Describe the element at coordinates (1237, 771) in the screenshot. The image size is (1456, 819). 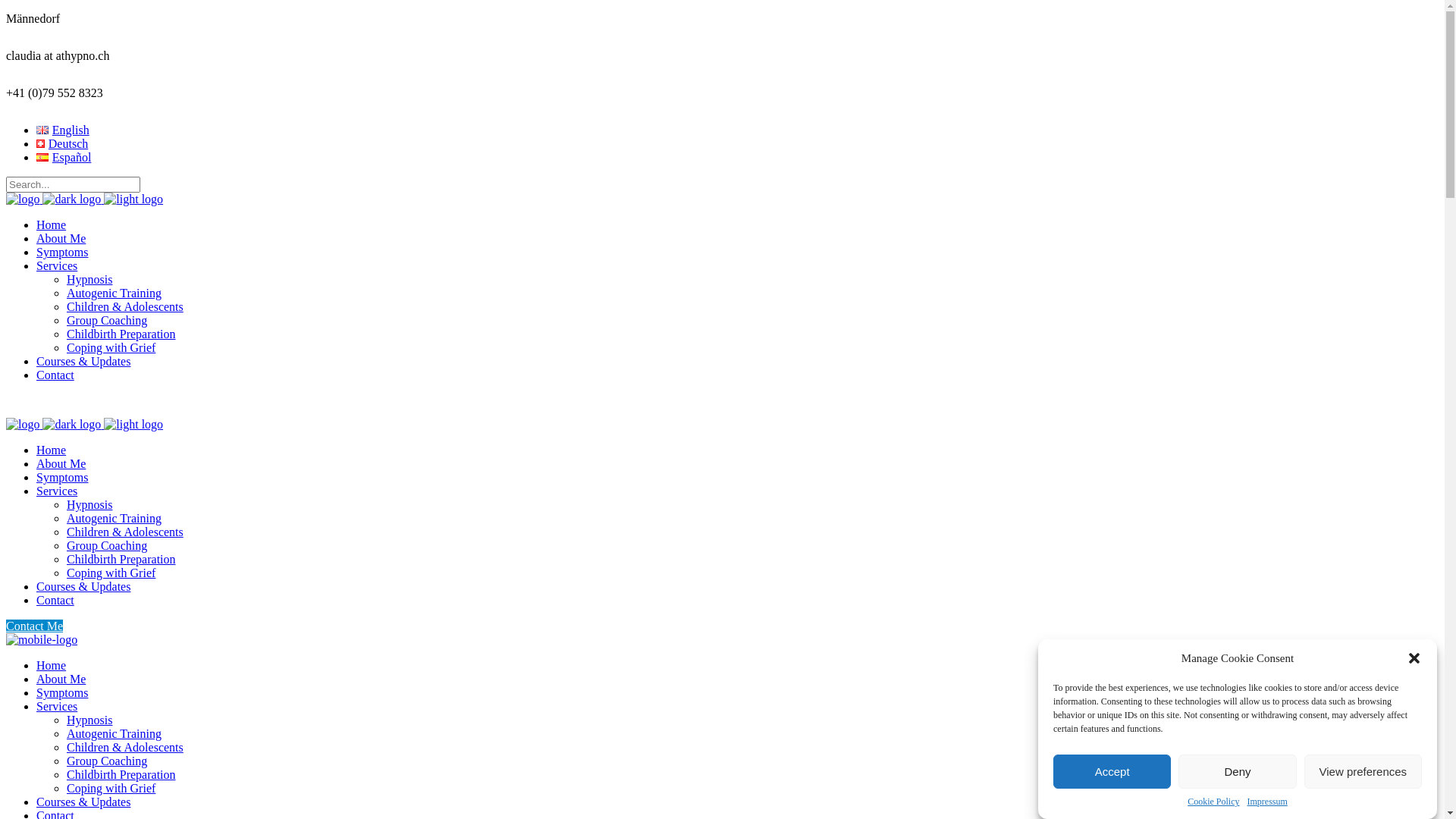
I see `'Deny'` at that location.